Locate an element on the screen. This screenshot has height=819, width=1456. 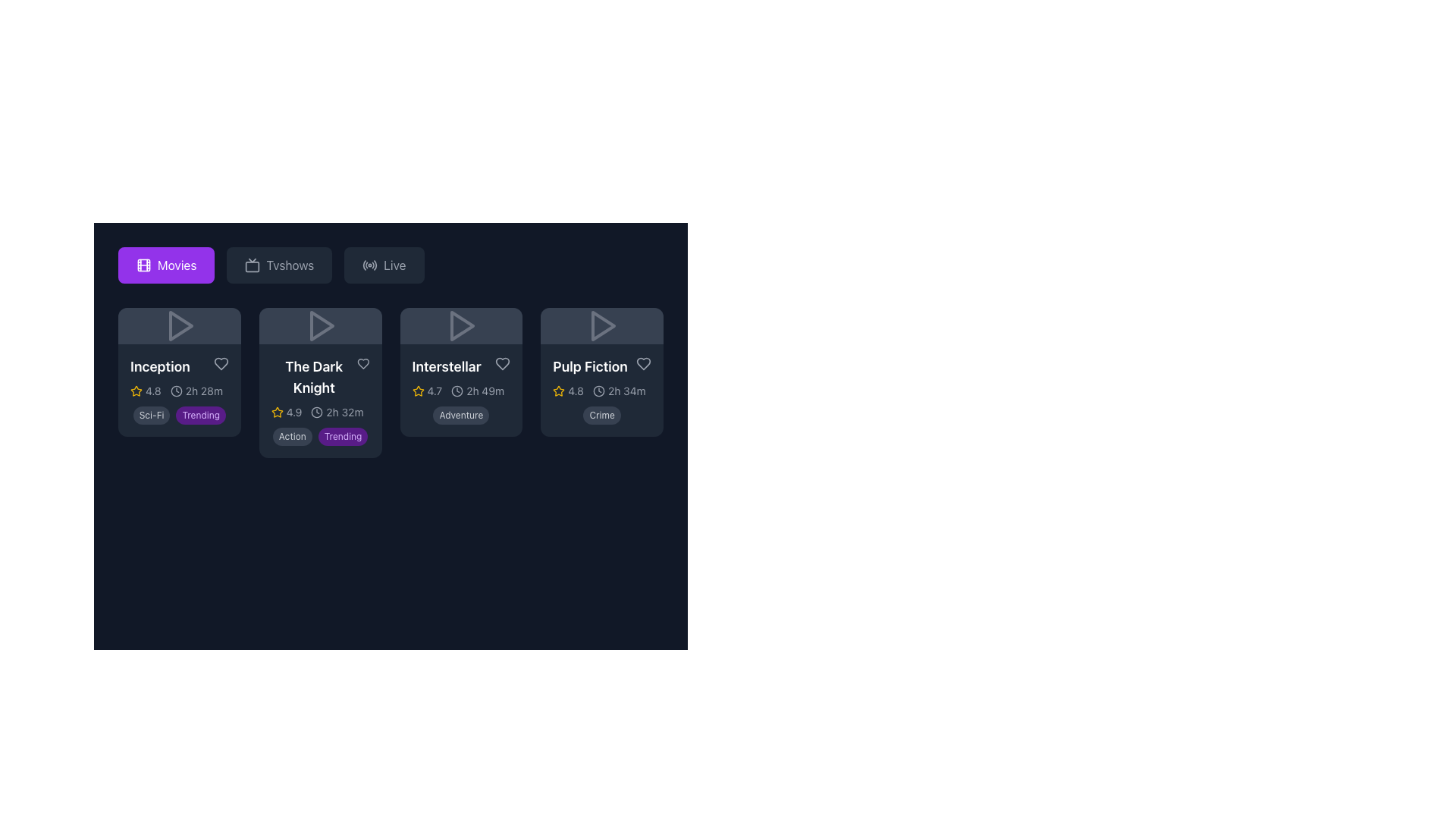
the runtime information label displaying '2h 28m' next to the clock icon in the 'Inception' movie card is located at coordinates (196, 391).